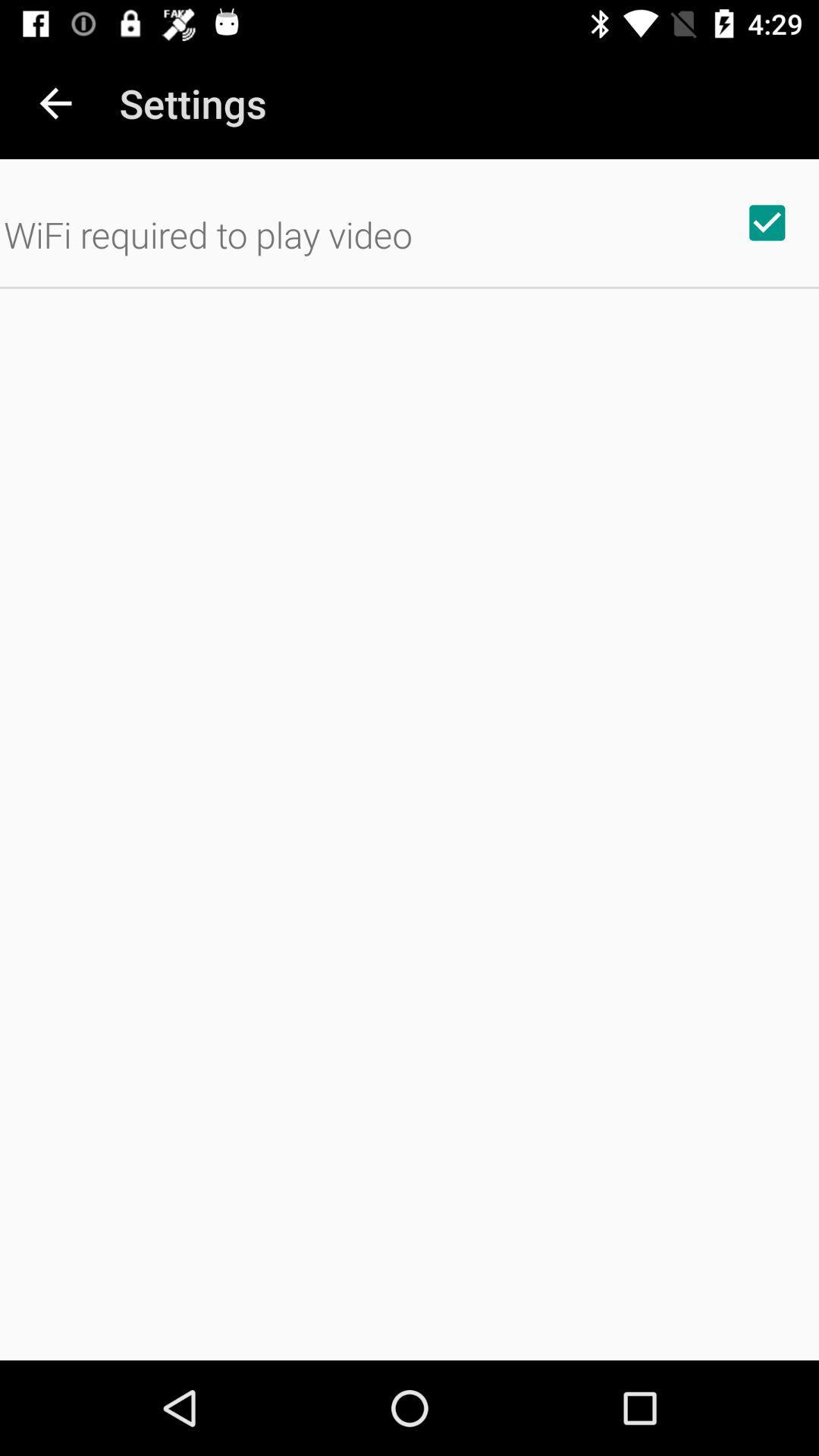  I want to click on the app to the right of the wifi required to icon, so click(767, 221).